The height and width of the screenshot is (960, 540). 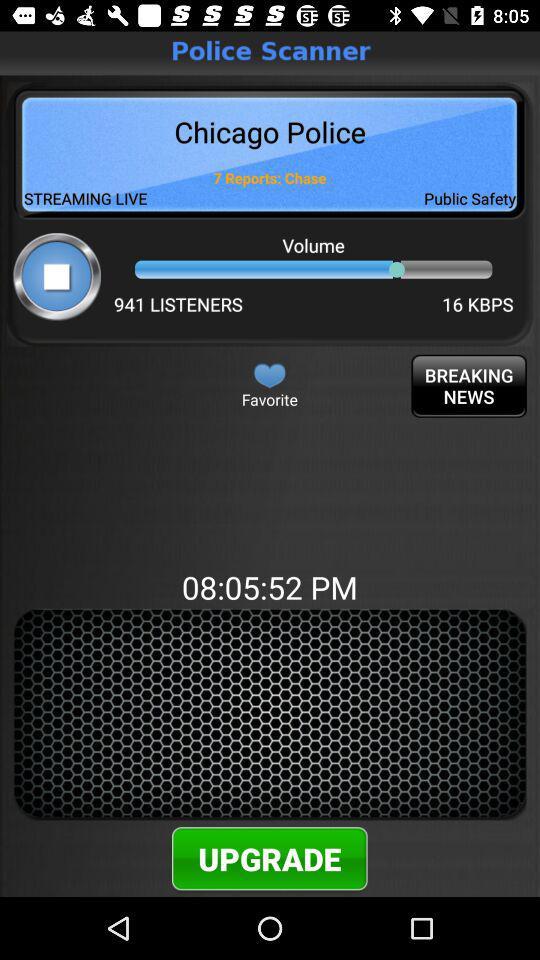 I want to click on this, so click(x=269, y=374).